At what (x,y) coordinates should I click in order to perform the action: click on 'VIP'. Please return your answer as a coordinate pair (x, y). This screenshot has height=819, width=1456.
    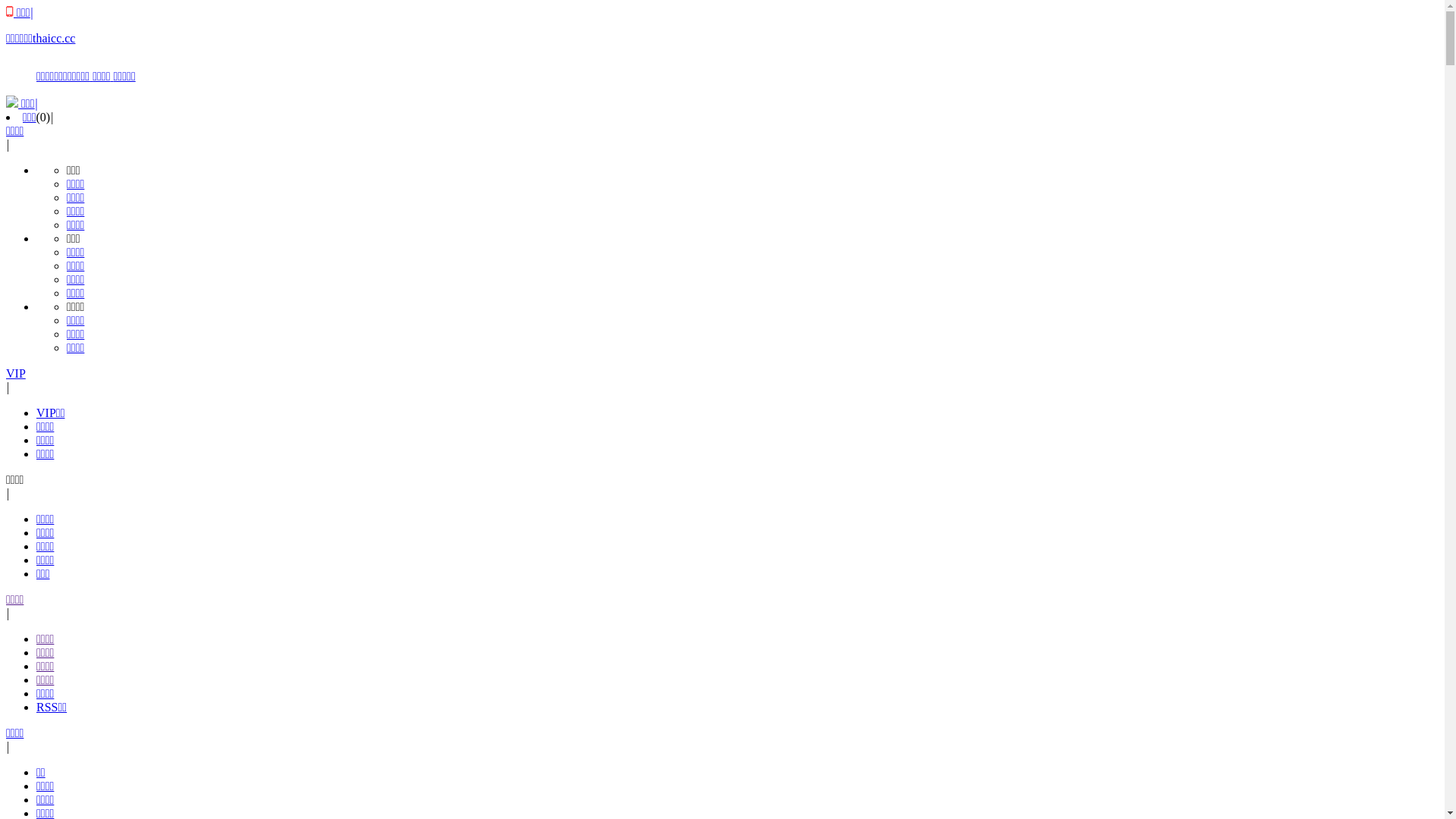
    Looking at the image, I should click on (15, 373).